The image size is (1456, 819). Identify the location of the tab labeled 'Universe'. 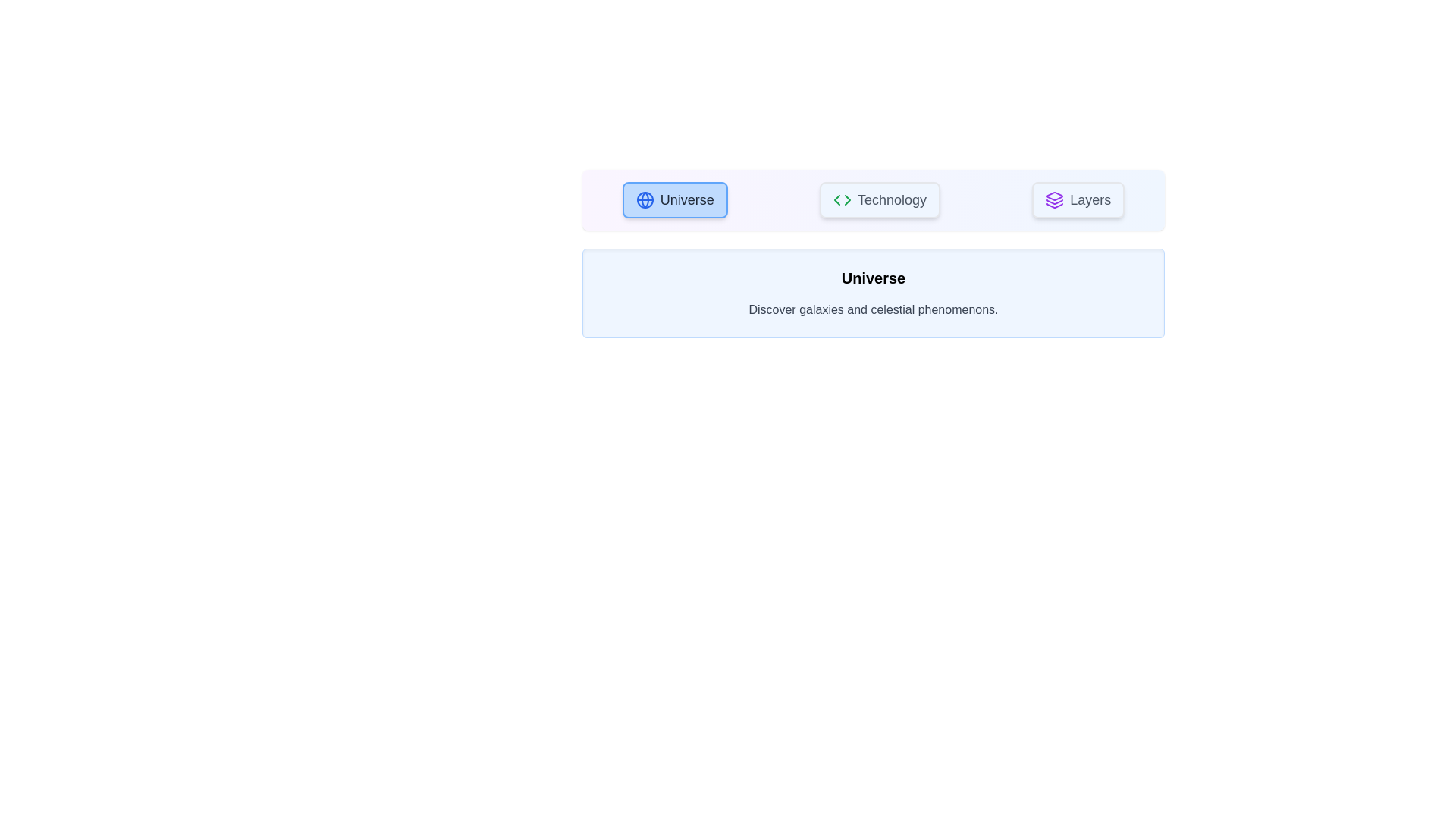
(674, 199).